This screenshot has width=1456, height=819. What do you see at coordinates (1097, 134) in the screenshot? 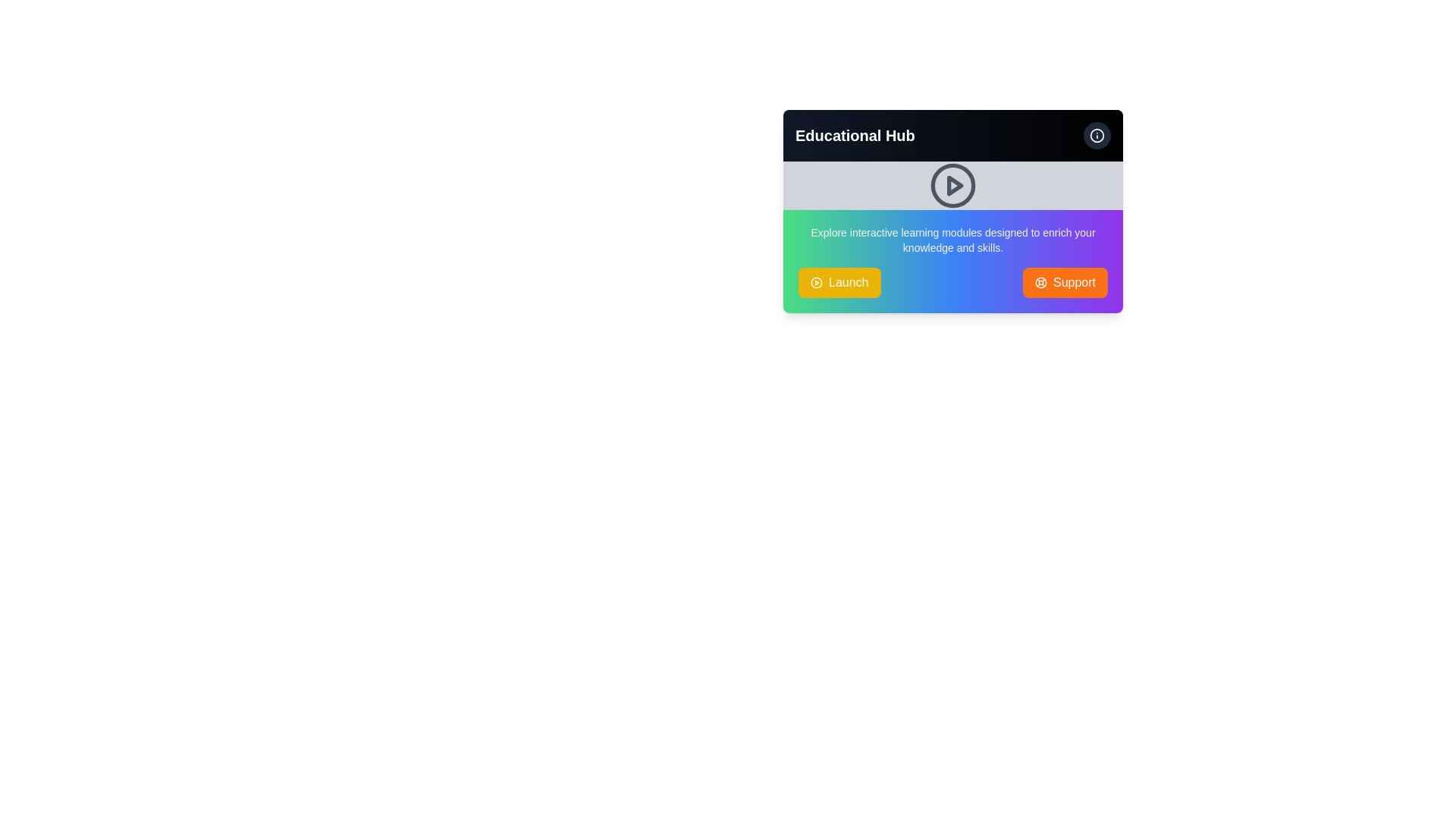
I see `the informational button located in the upper-right corner of the 'Educational Hub' header` at bounding box center [1097, 134].